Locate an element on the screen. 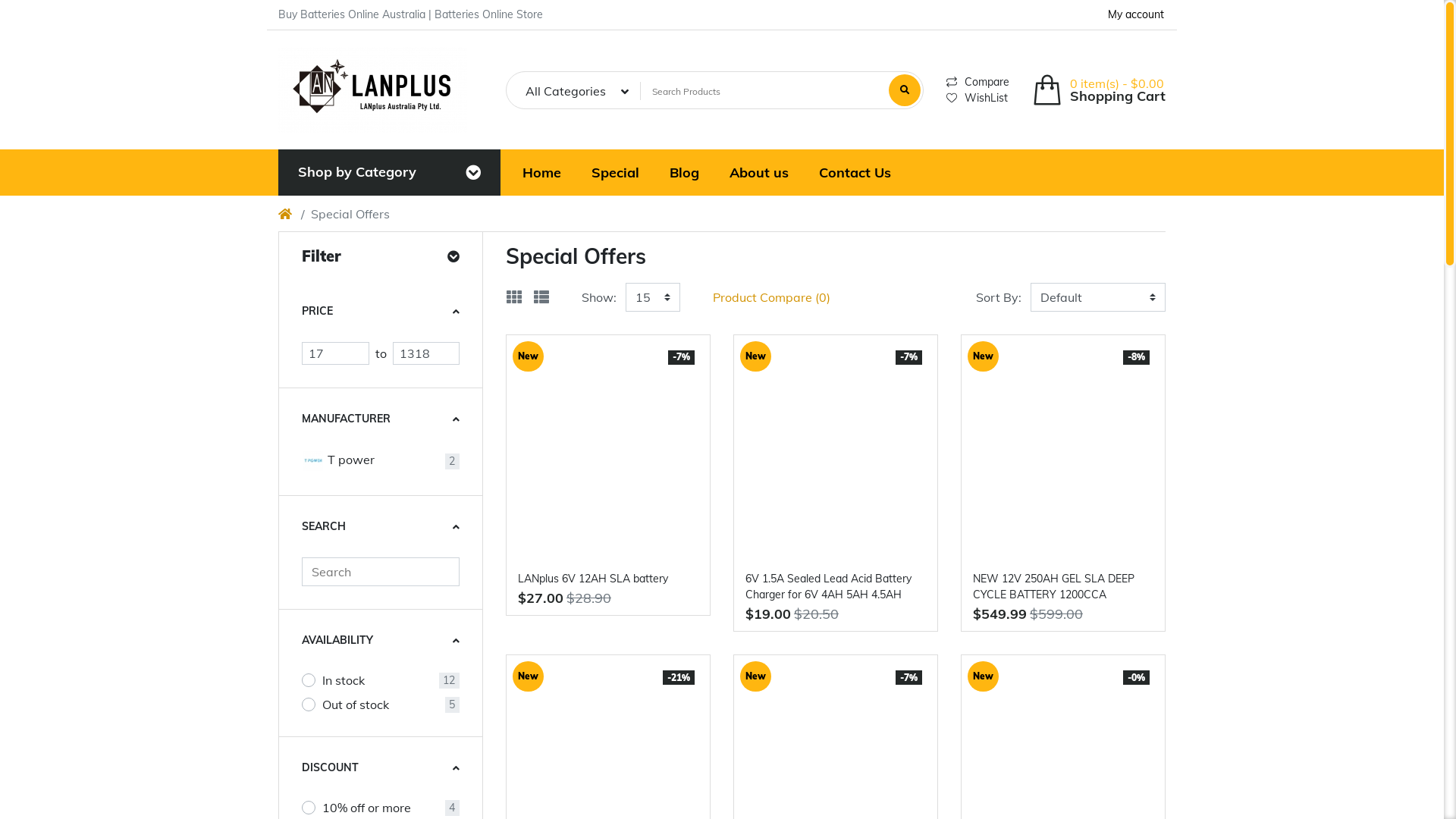 Image resolution: width=1456 pixels, height=819 pixels. 'Shop by Category' is located at coordinates (298, 171).